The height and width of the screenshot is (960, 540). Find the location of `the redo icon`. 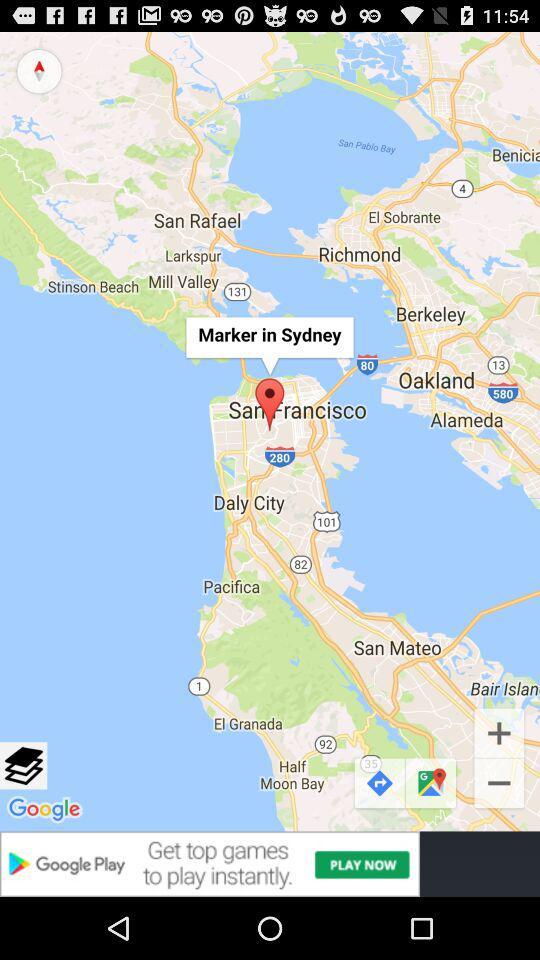

the redo icon is located at coordinates (378, 839).